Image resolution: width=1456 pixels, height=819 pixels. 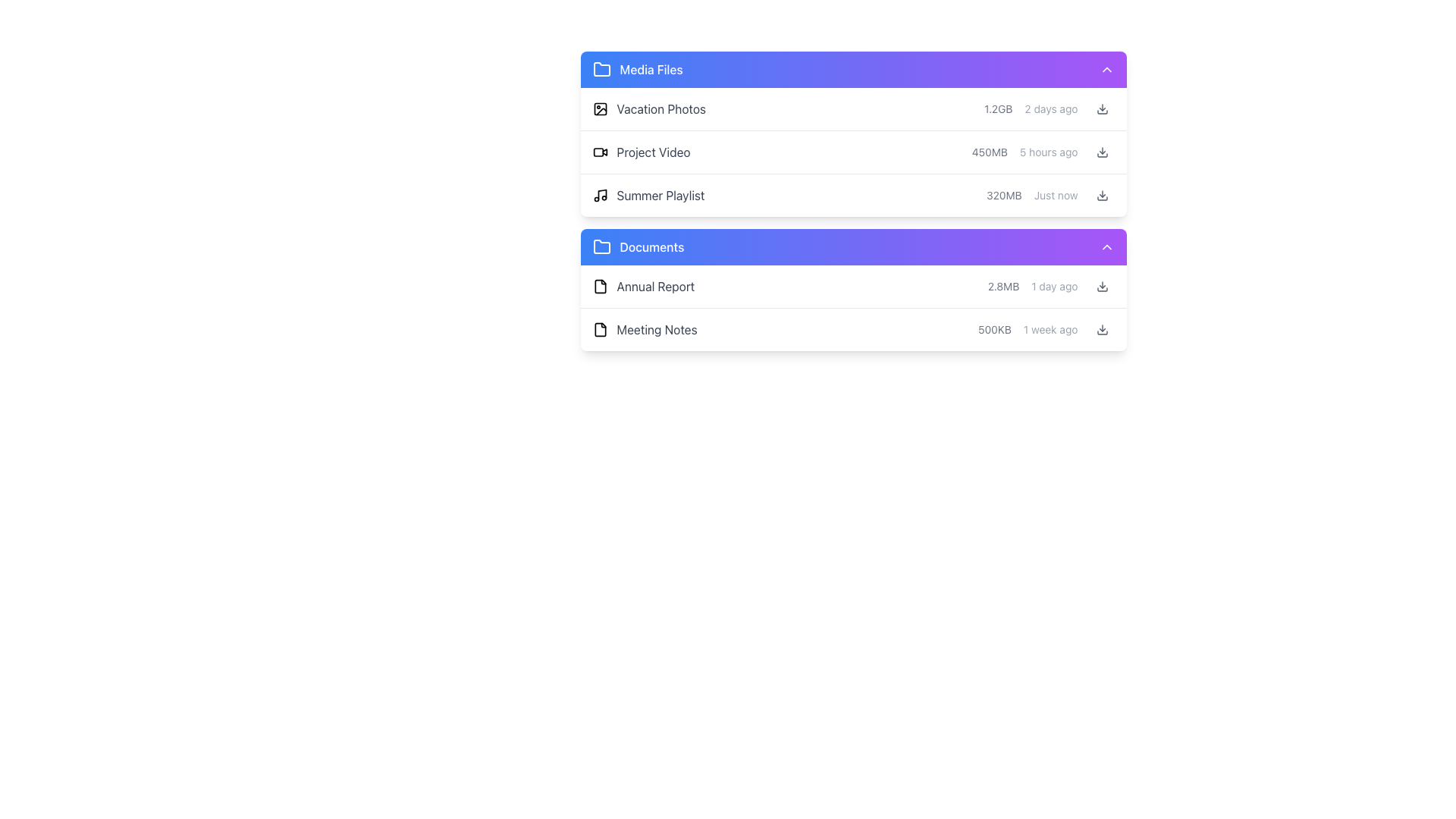 I want to click on the download icon button for the 'Summer Playlist' file to initiate the download, so click(x=1102, y=195).